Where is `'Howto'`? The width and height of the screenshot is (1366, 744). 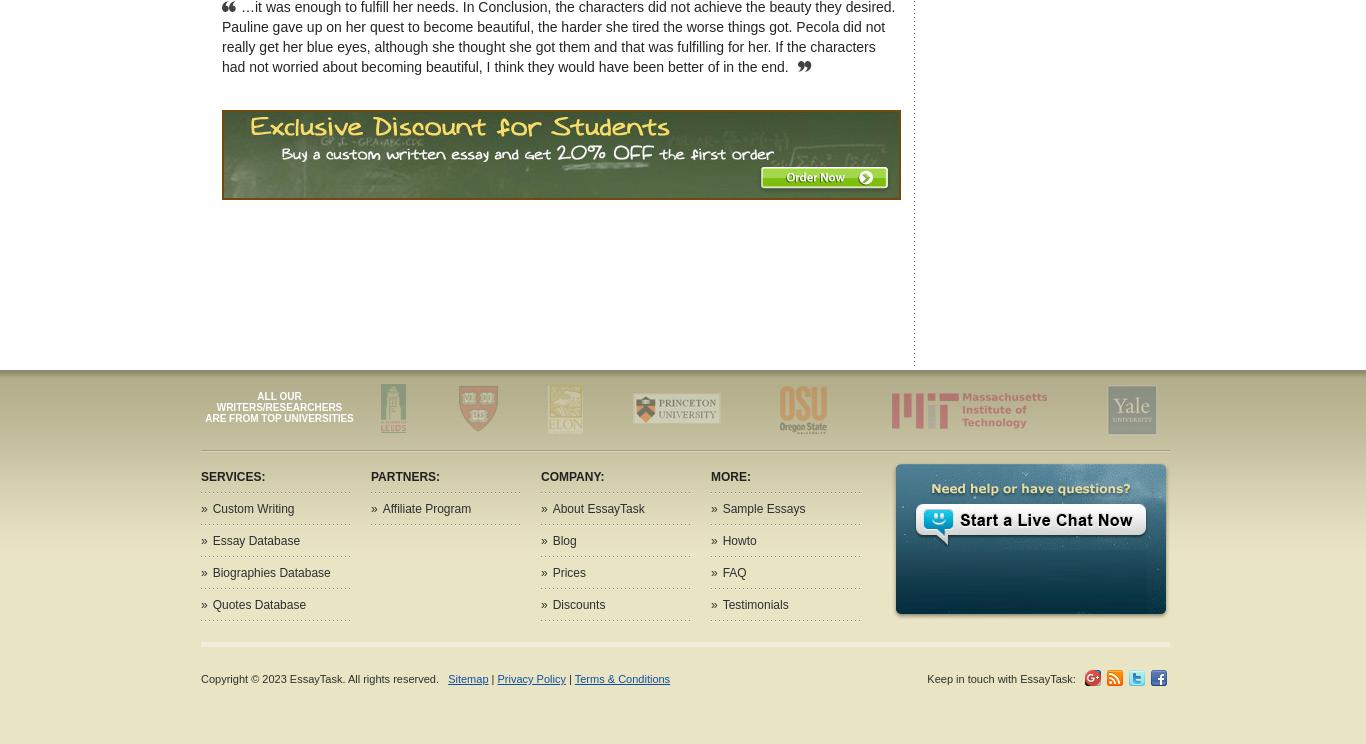
'Howto' is located at coordinates (739, 540).